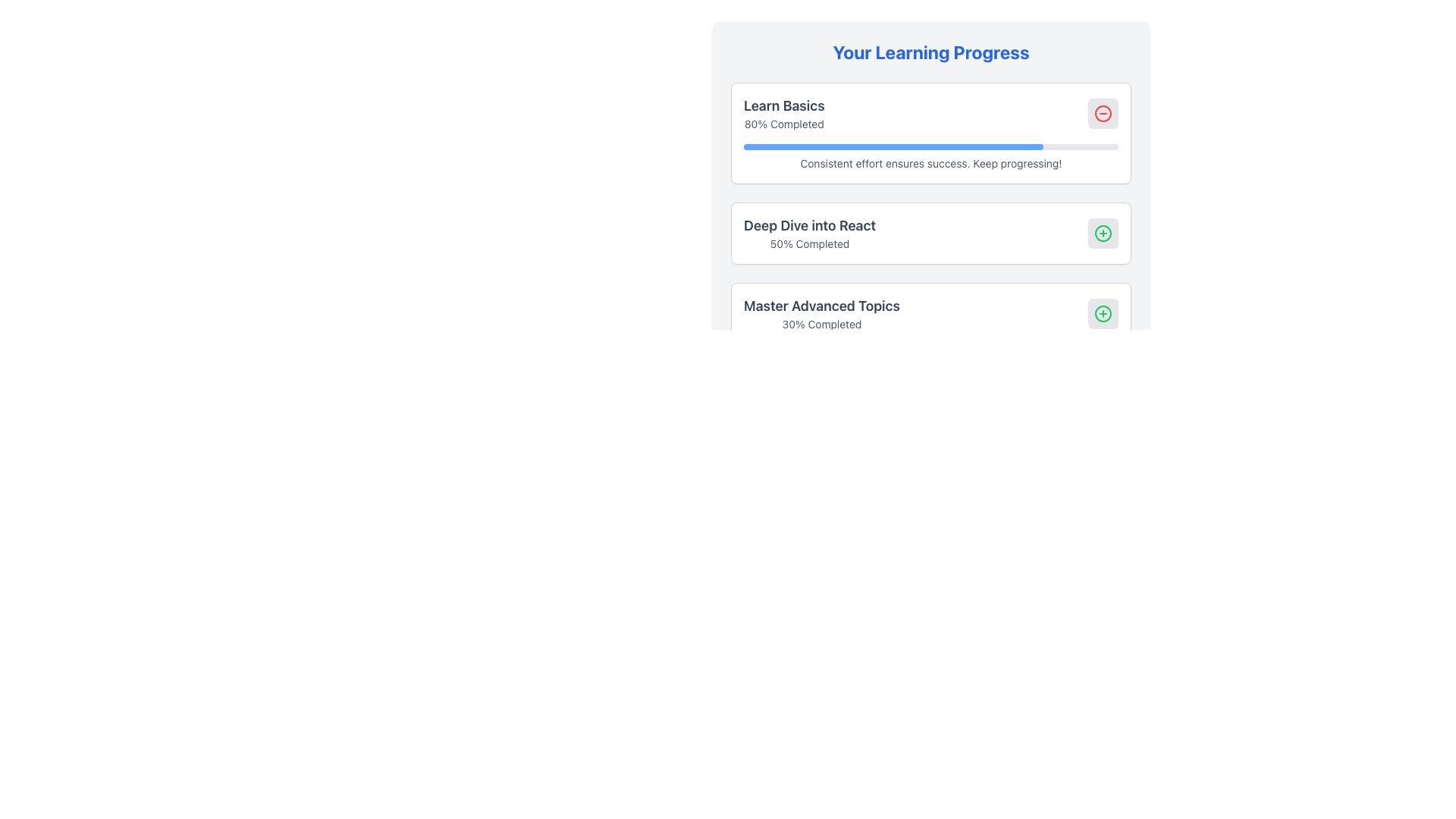  I want to click on title text of the card labeled 'Master Advanced Topics', which is centered at the top of the card below 'Deep Dive into React', so click(821, 306).